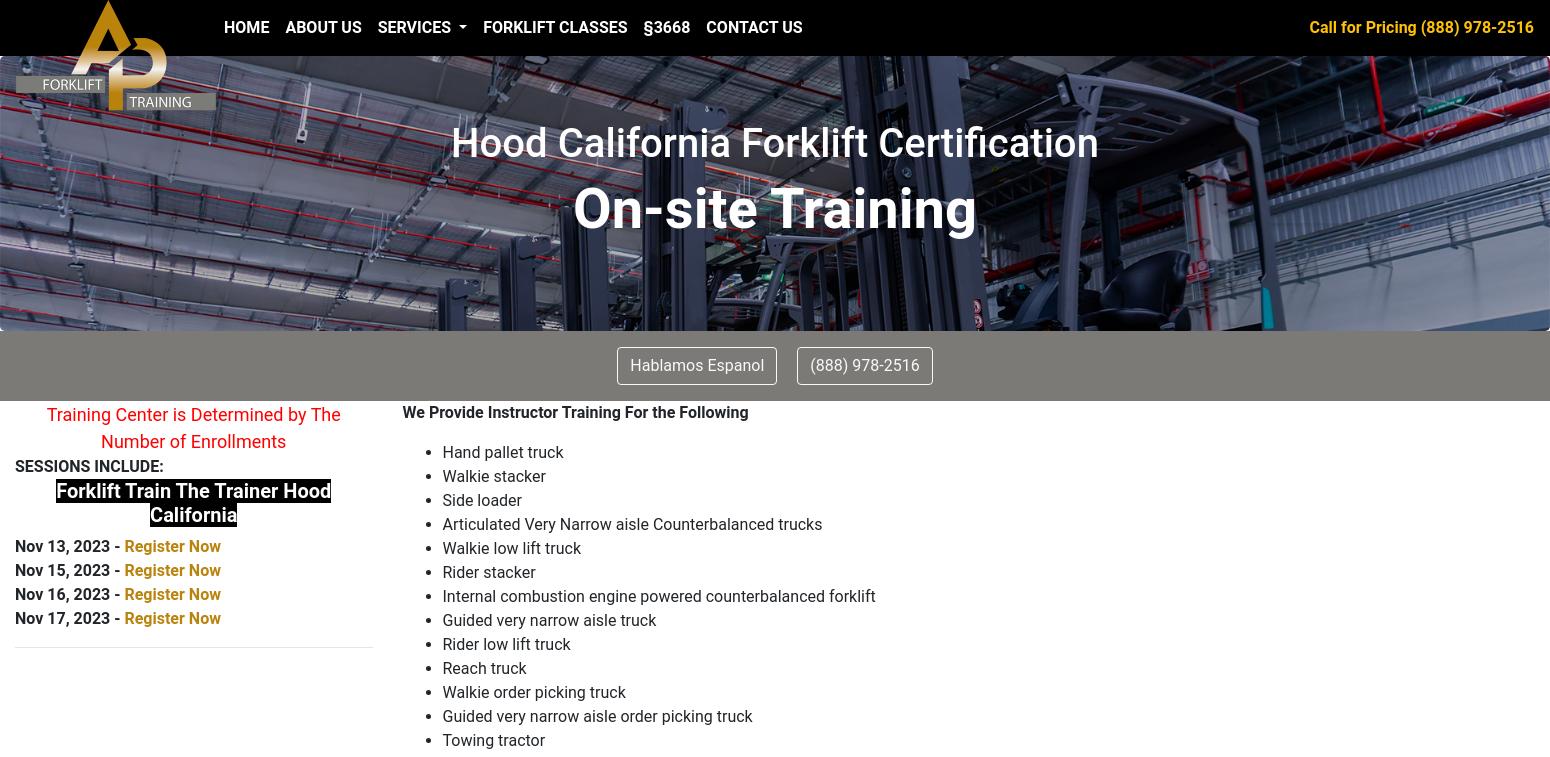 This screenshot has width=1550, height=757. I want to click on '(888) 978-2516', so click(864, 364).